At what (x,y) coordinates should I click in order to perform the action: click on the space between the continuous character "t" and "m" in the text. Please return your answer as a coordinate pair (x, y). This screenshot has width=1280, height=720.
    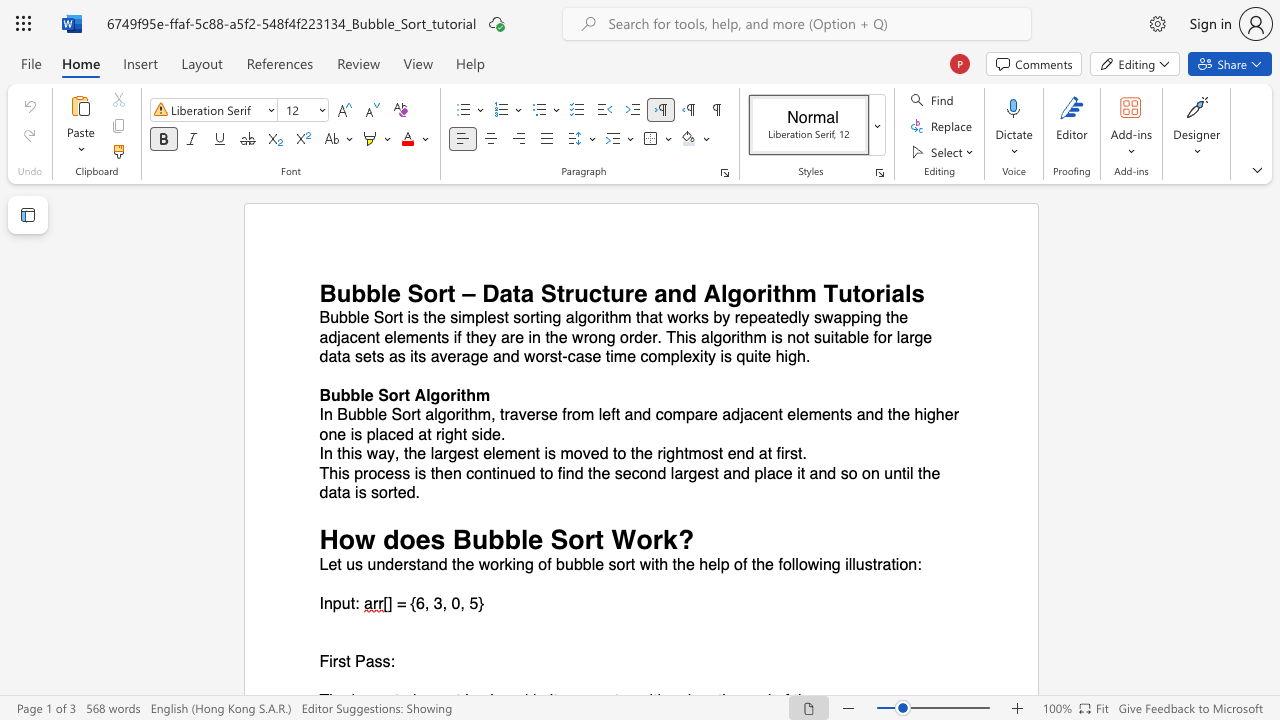
    Looking at the image, I should click on (690, 454).